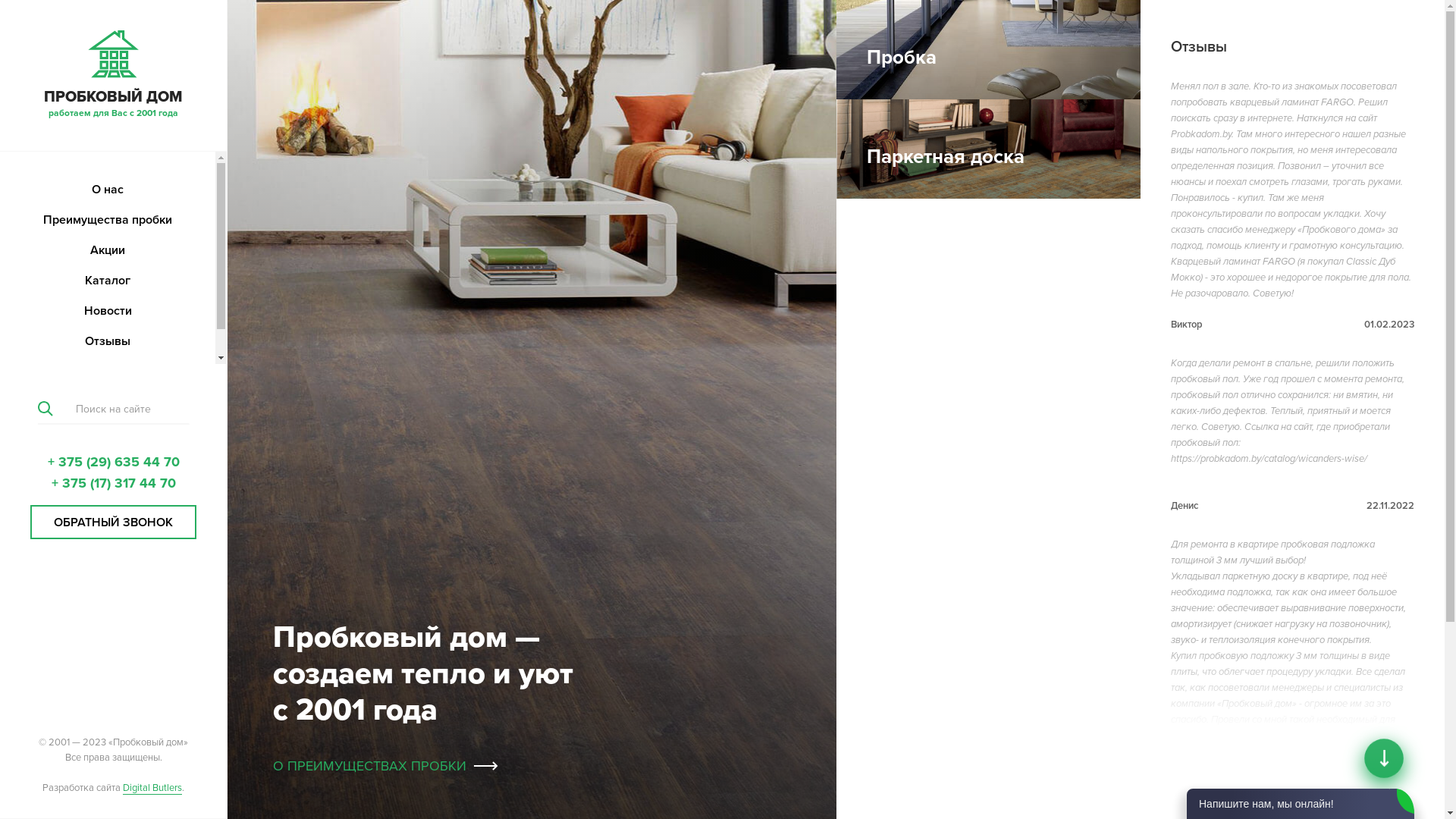  Describe the element at coordinates (112, 482) in the screenshot. I see `'+ 375 (17) 317 44 70'` at that location.